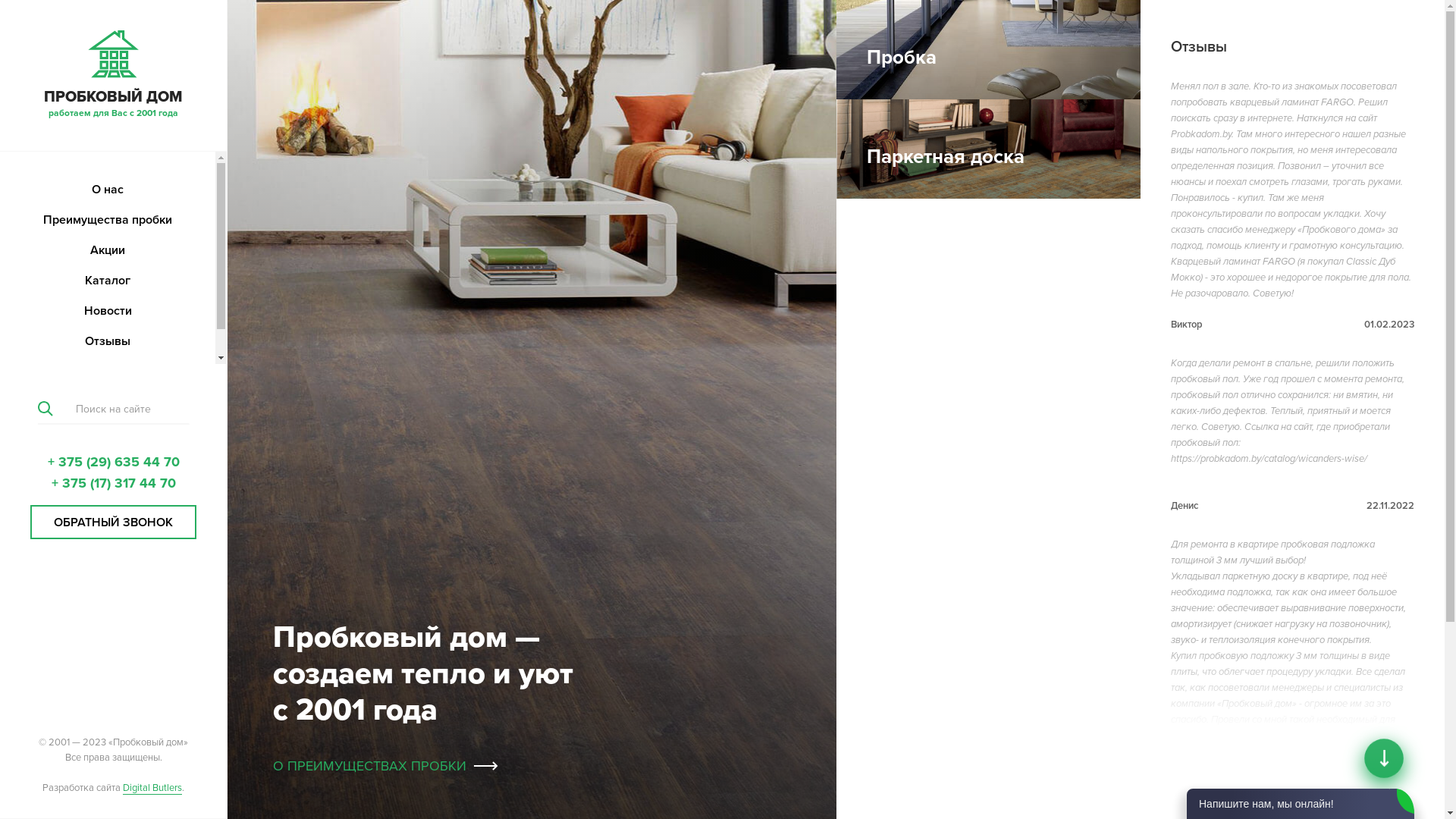  Describe the element at coordinates (112, 482) in the screenshot. I see `'+ 375 (17) 317 44 70'` at that location.